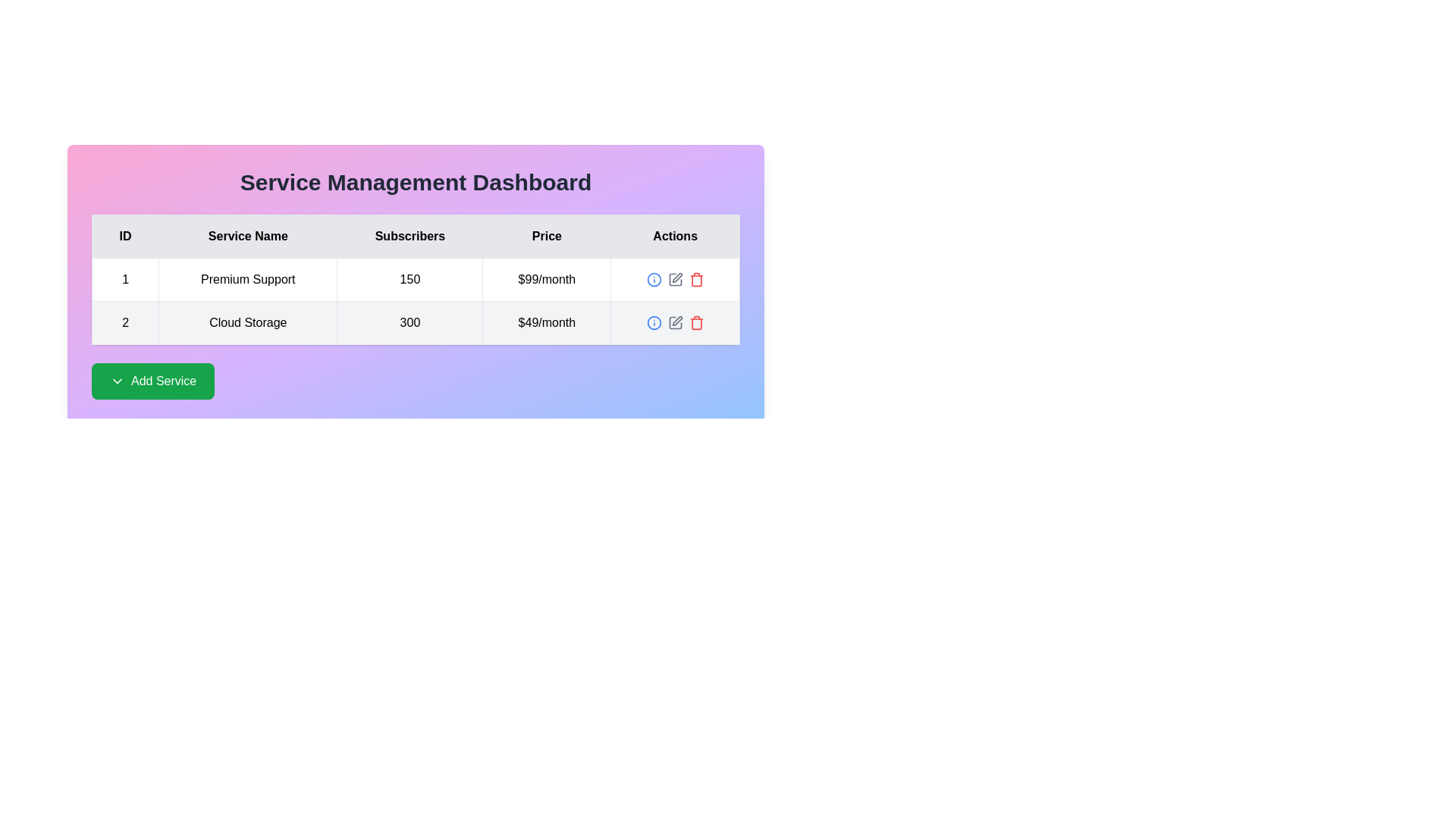 The width and height of the screenshot is (1456, 819). Describe the element at coordinates (409, 237) in the screenshot. I see `the Table Header Cell labeled 'Subscribers', which is the third column header in the table, located between 'Service Name' and 'Price'` at that location.